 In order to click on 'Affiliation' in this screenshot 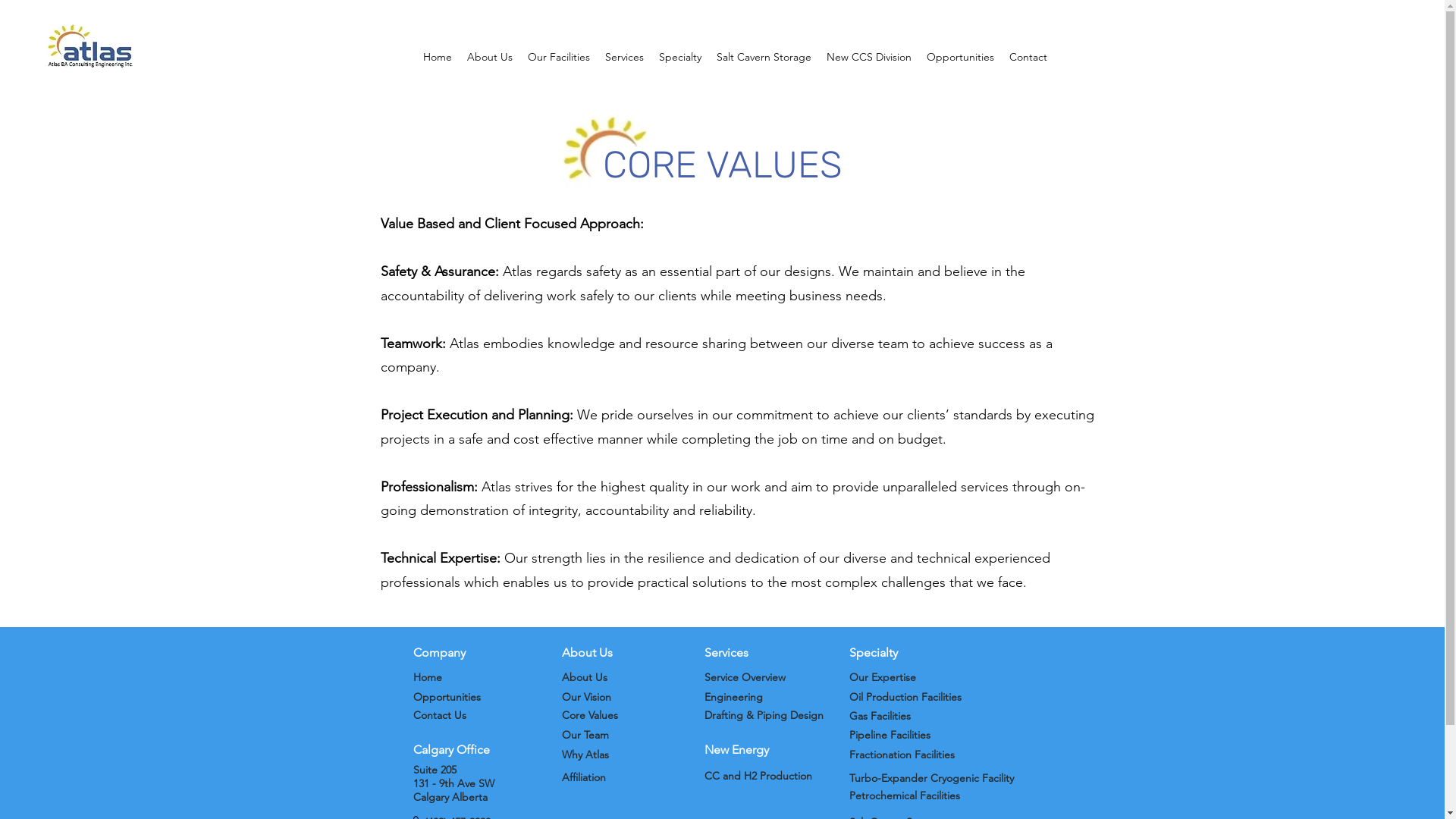, I will do `click(582, 777)`.